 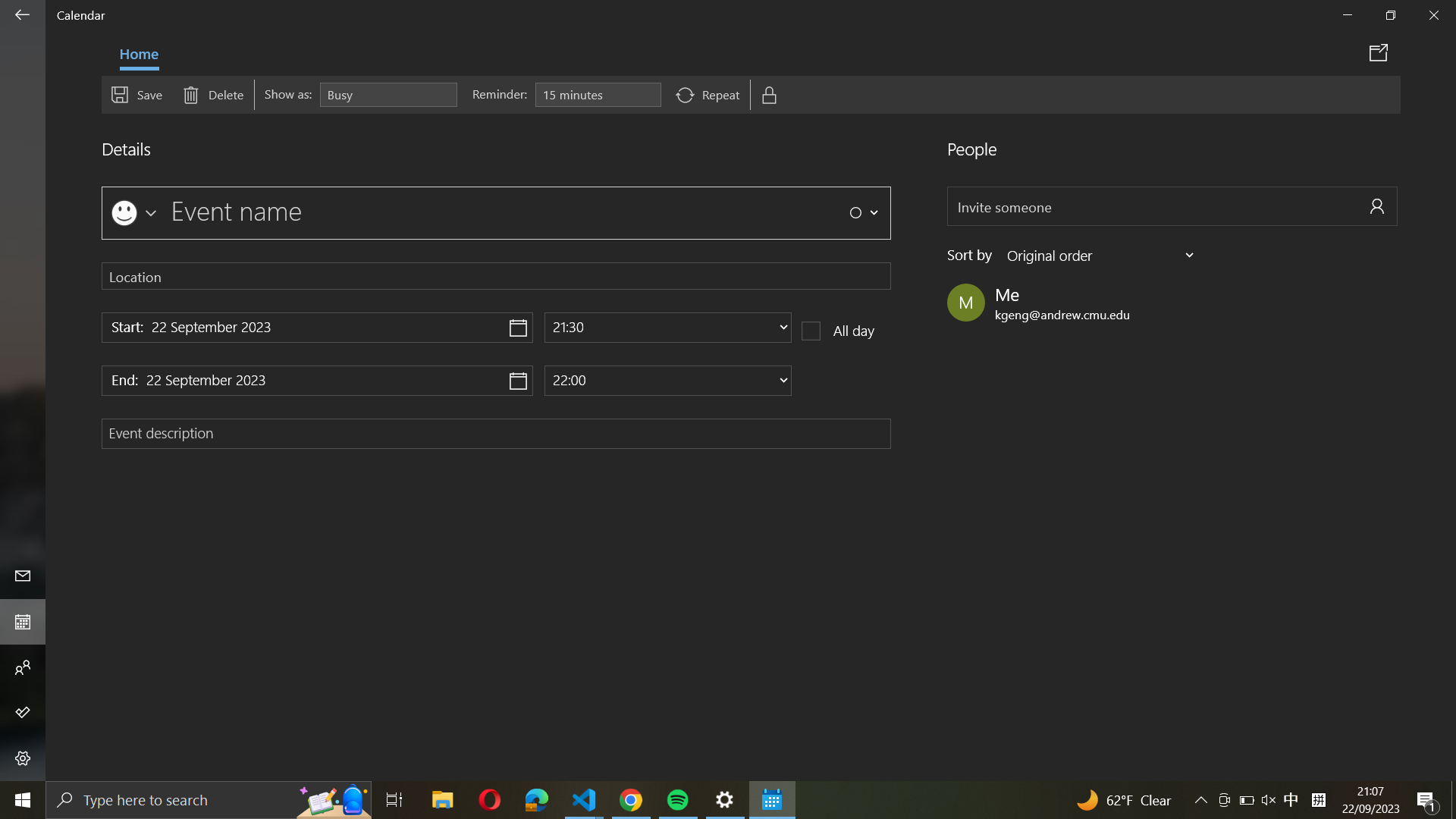 I want to click on the option to establish the end date, so click(x=315, y=378).